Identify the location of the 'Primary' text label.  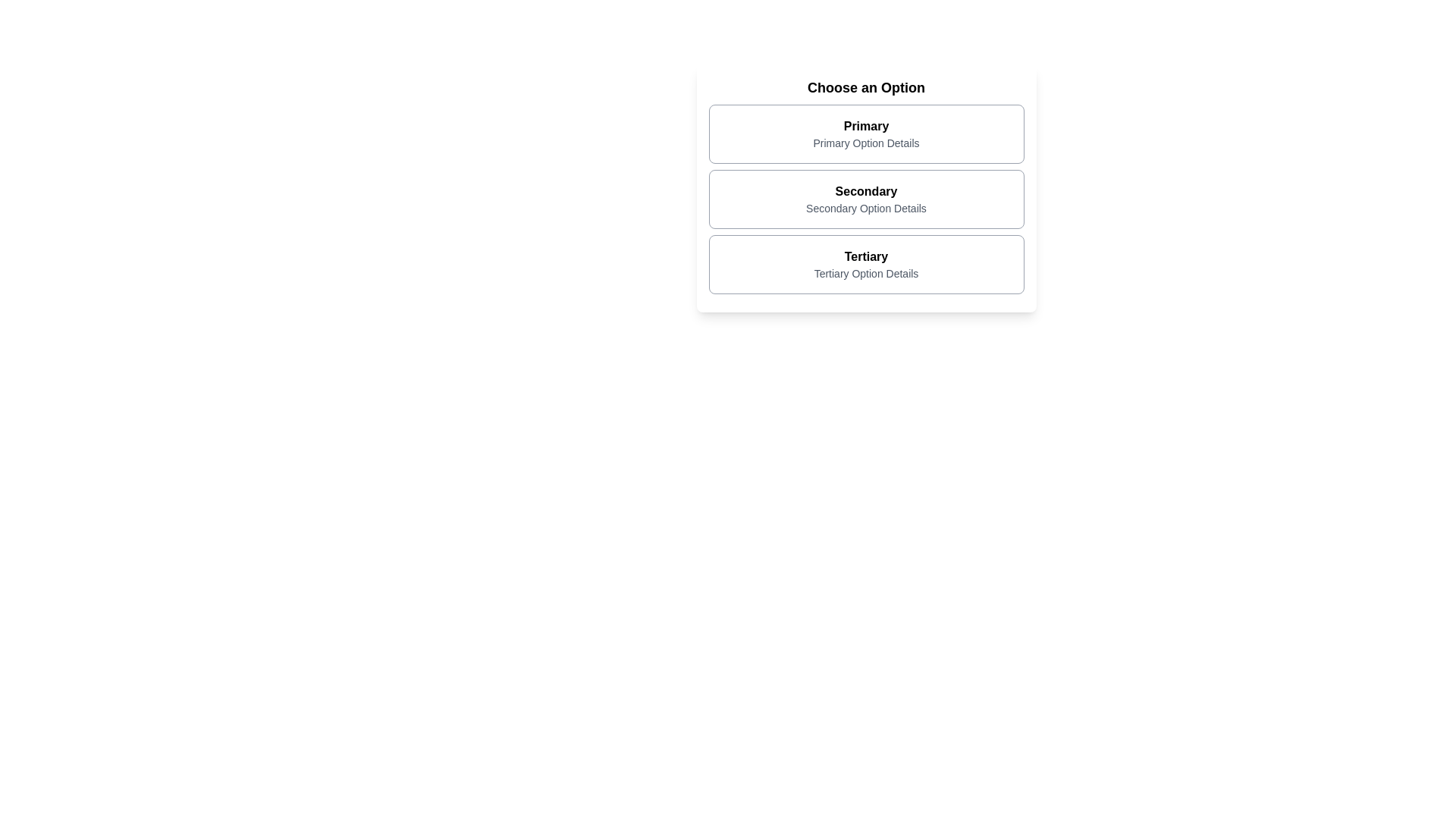
(866, 125).